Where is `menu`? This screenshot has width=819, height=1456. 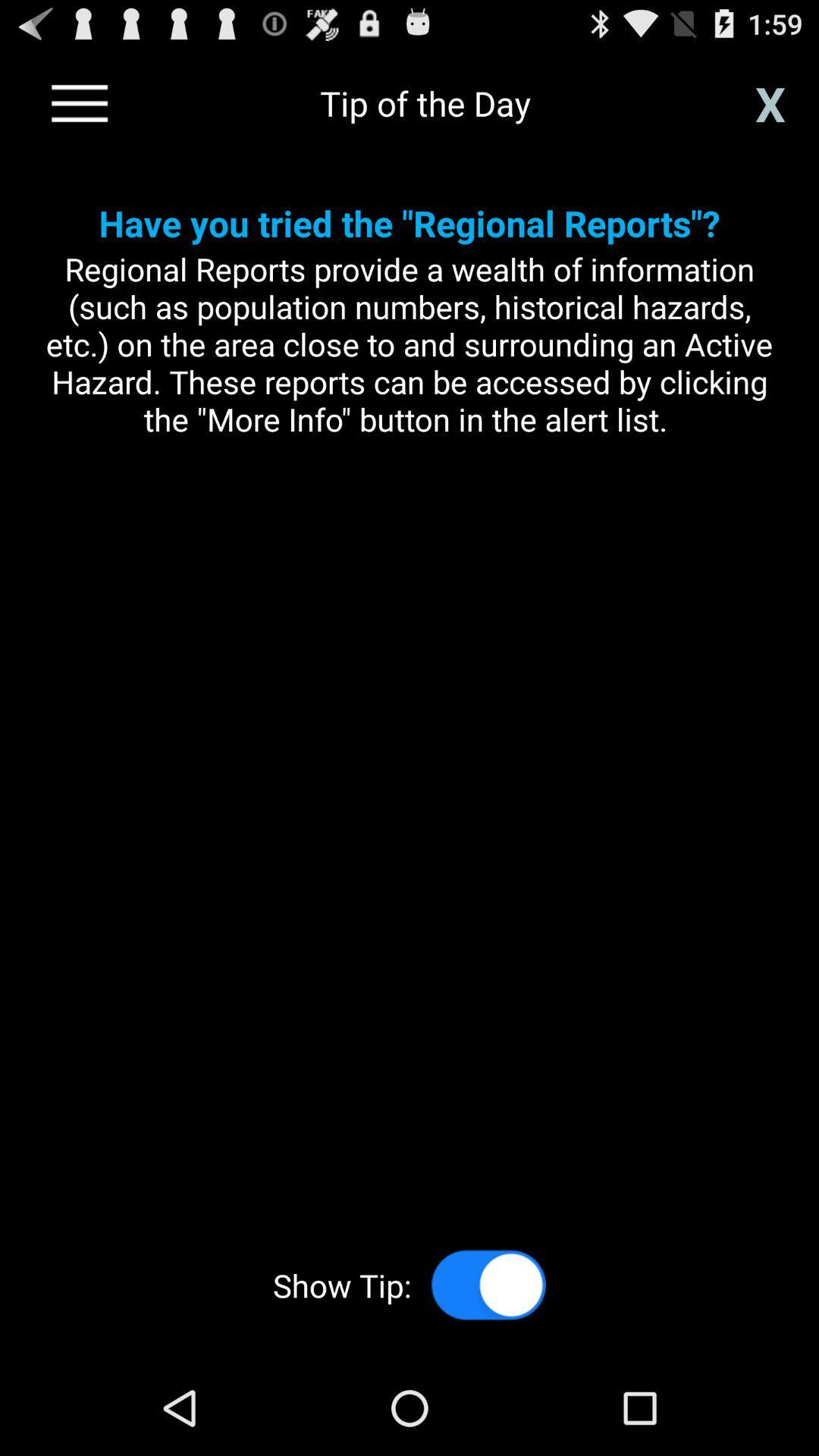
menu is located at coordinates (80, 102).